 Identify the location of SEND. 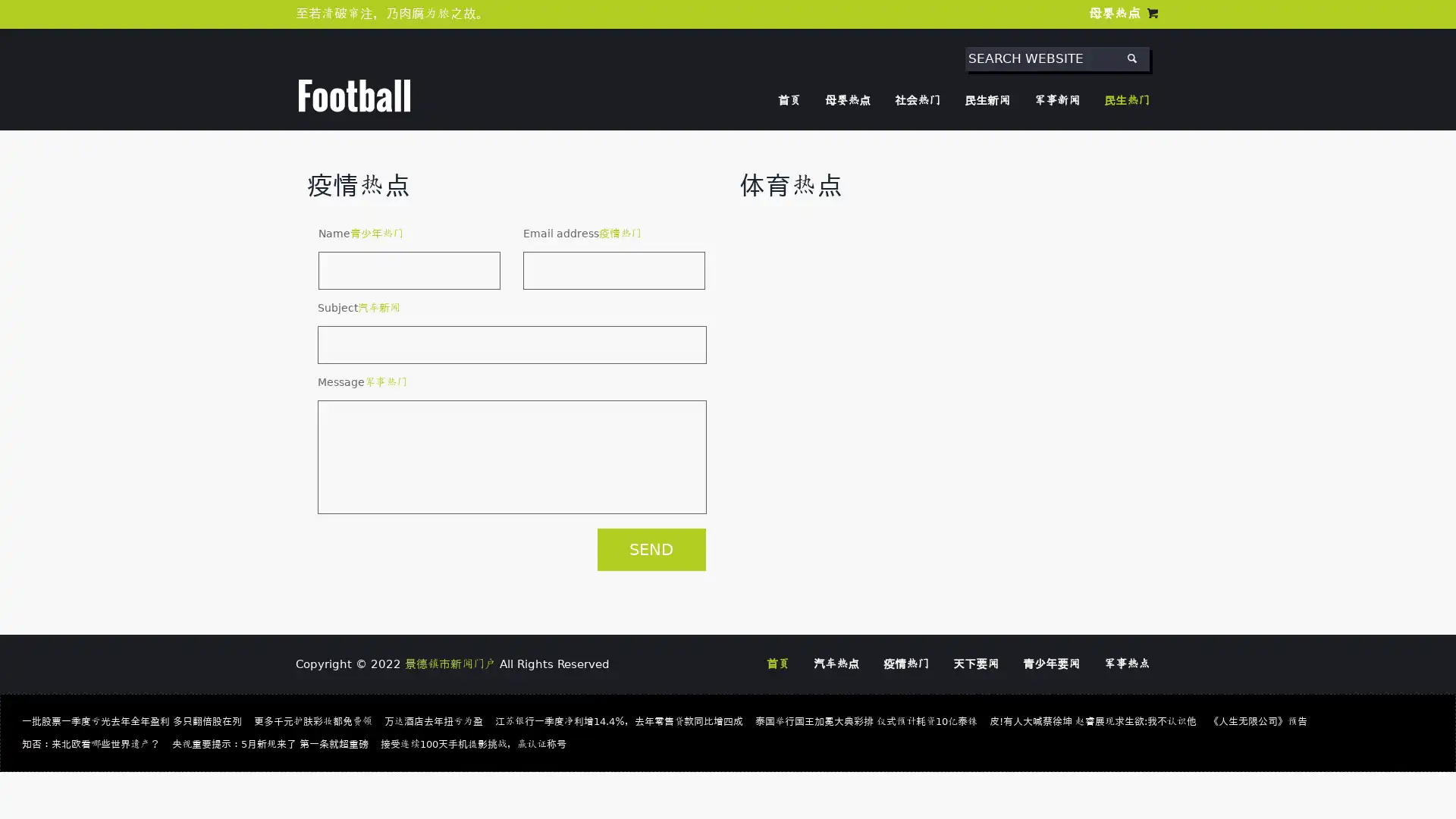
(651, 549).